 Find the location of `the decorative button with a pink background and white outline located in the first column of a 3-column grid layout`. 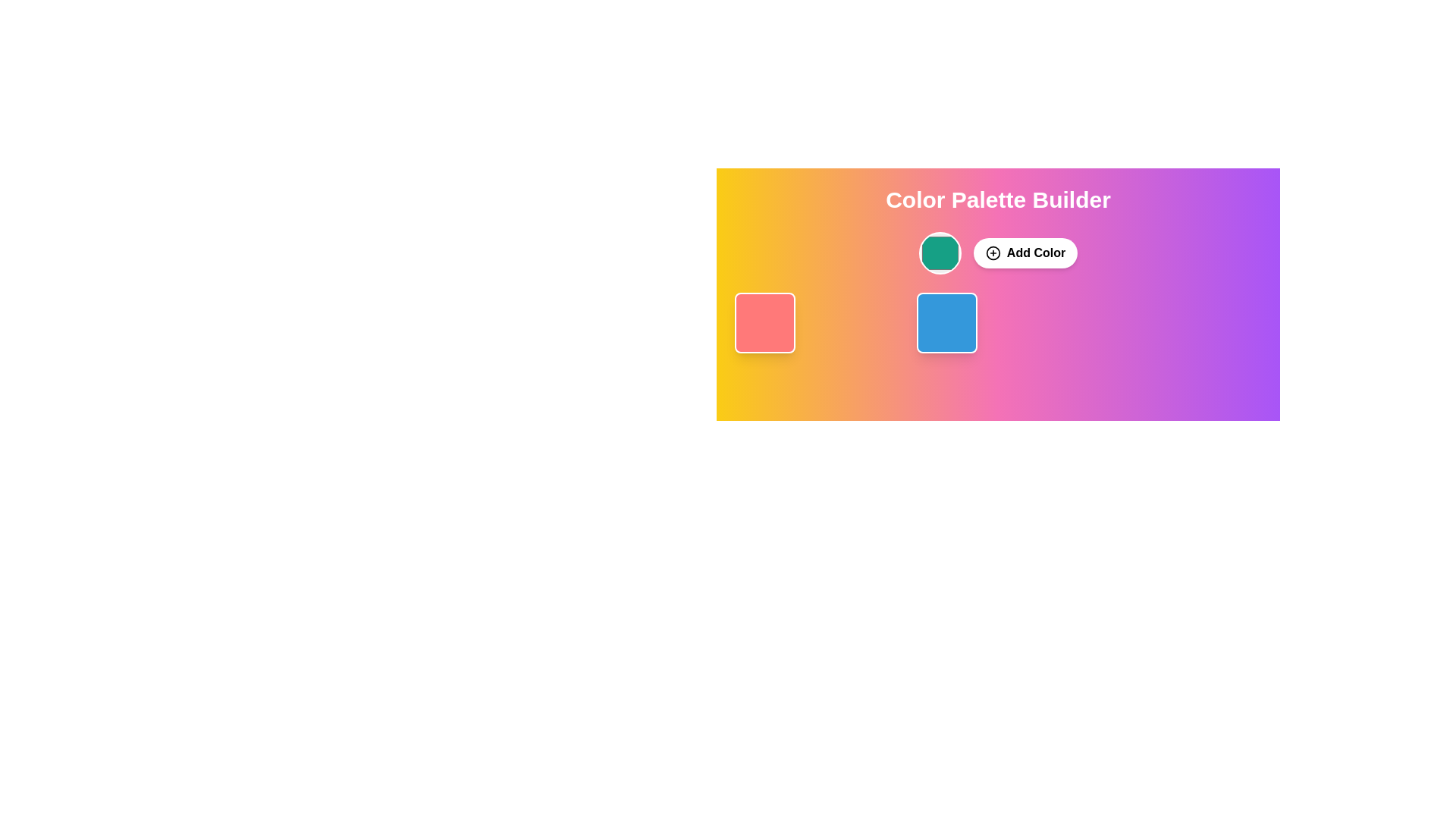

the decorative button with a pink background and white outline located in the first column of a 3-column grid layout is located at coordinates (815, 322).